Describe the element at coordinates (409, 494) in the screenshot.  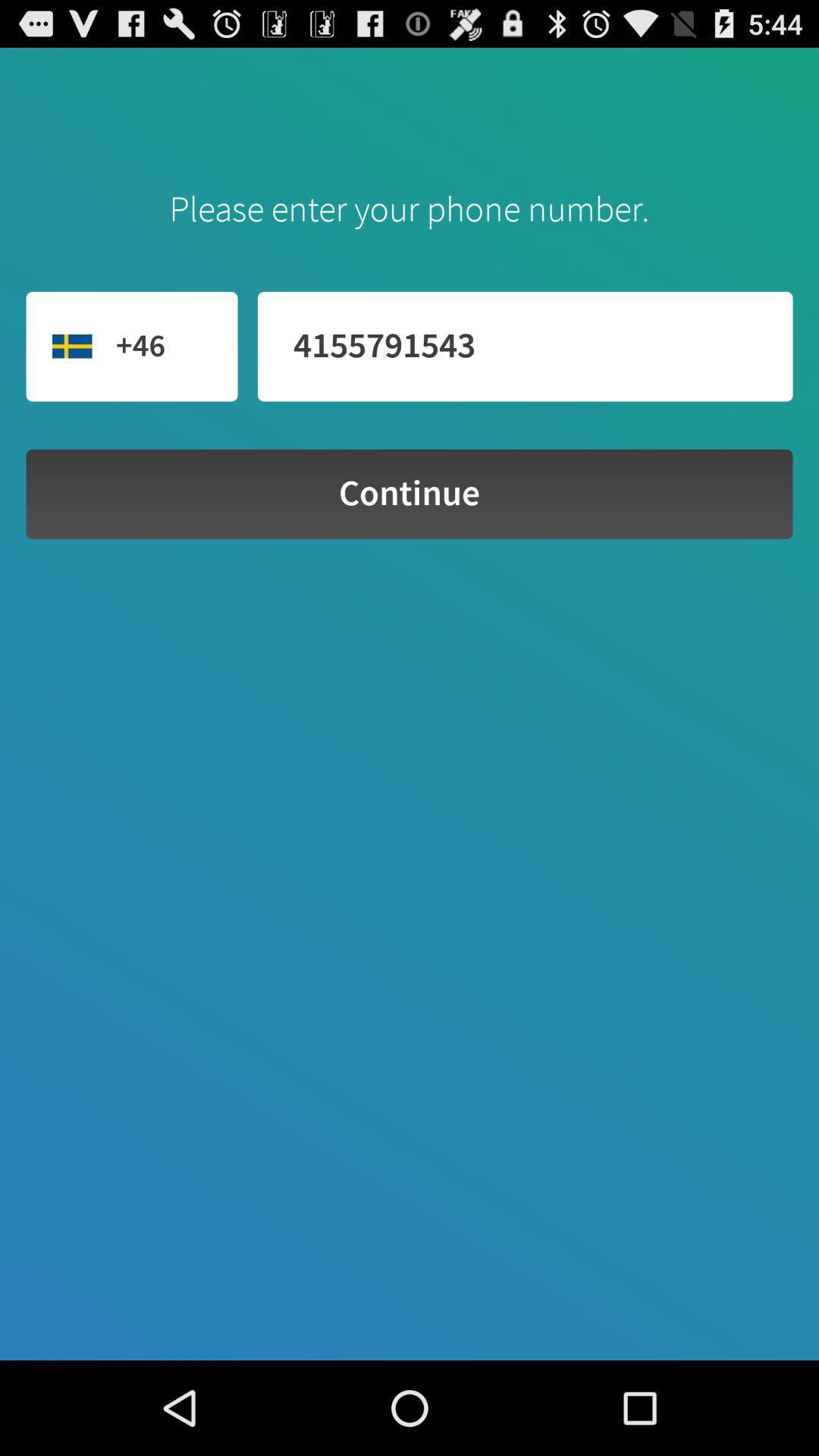
I see `the item below the 4155791543 icon` at that location.